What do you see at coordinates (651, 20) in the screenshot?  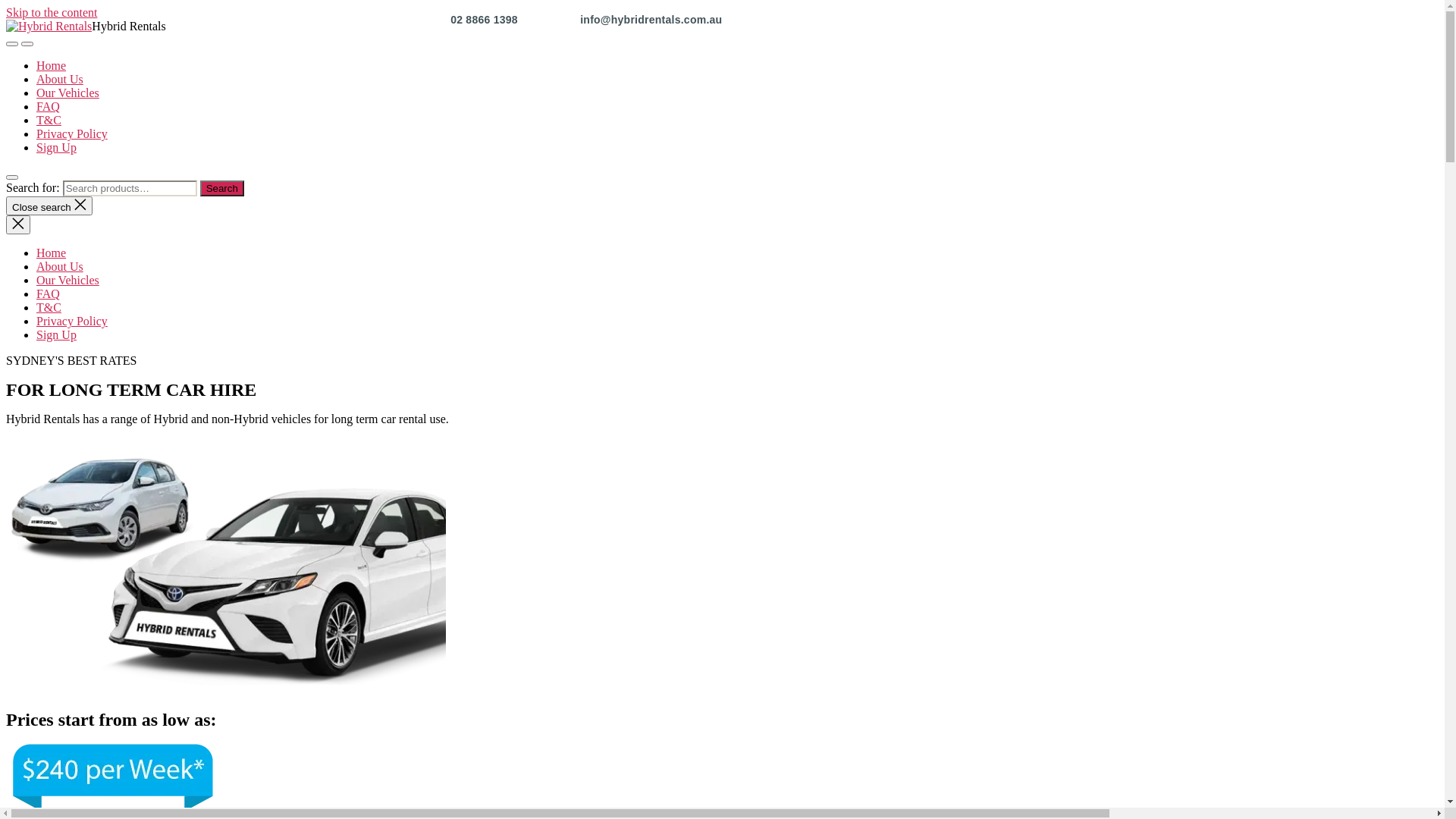 I see `'info@hybridrentals.com.au'` at bounding box center [651, 20].